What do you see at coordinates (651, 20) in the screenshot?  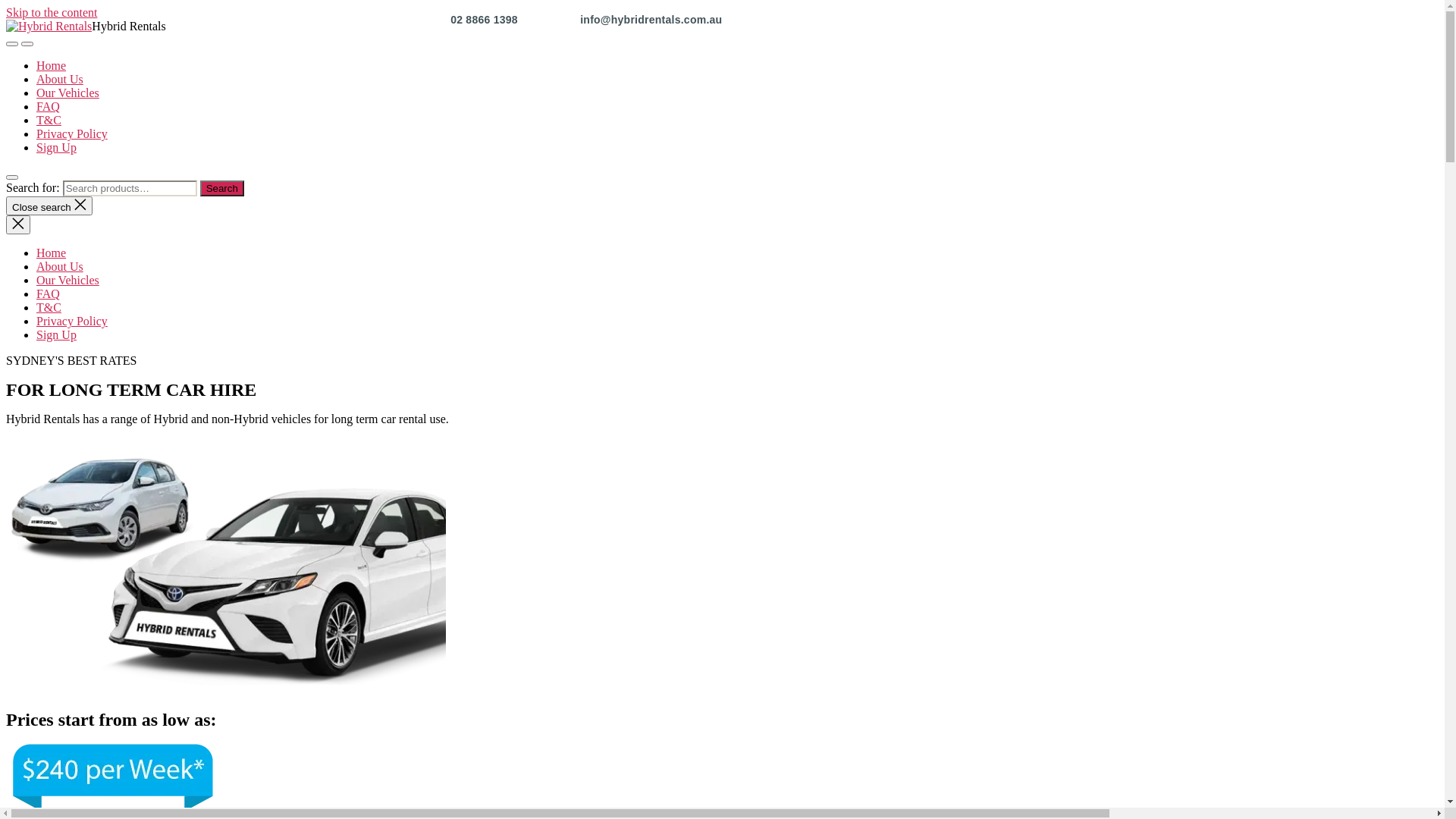 I see `'info@hybridrentals.com.au'` at bounding box center [651, 20].